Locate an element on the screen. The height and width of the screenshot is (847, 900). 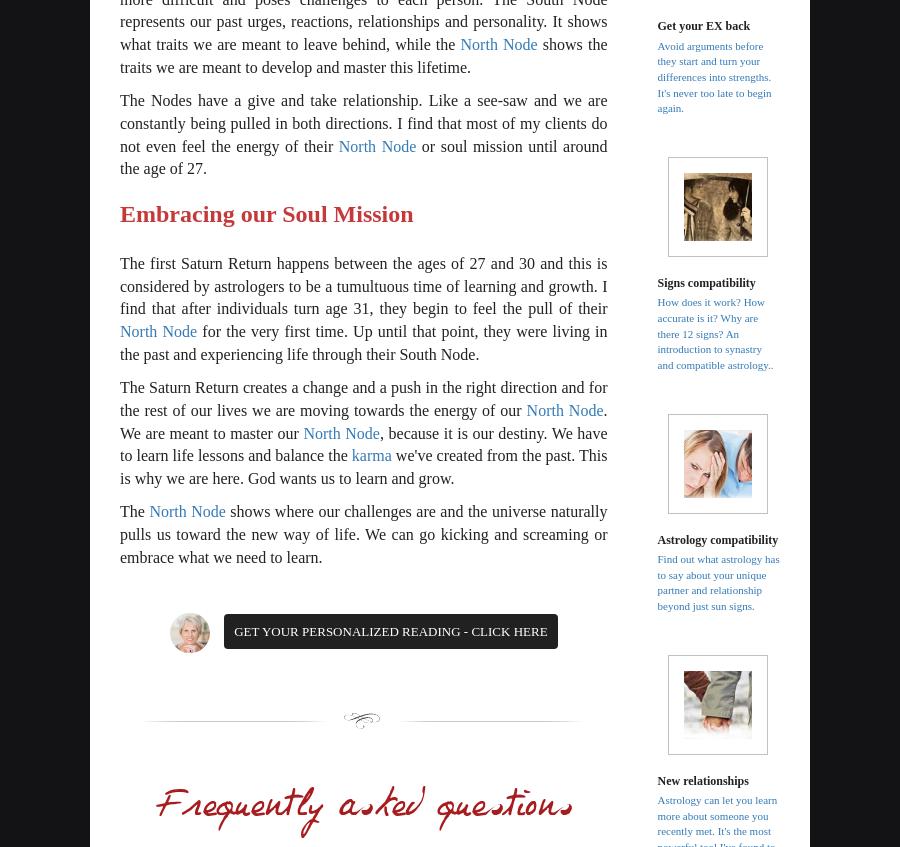
'The first Saturn Return happens between the ages of 27 and 30 and this is considered by astrologers to be a tumultuous time of learning and growth. I find that after individuals turn age 31, they begin to feel the pull of their' is located at coordinates (363, 284).